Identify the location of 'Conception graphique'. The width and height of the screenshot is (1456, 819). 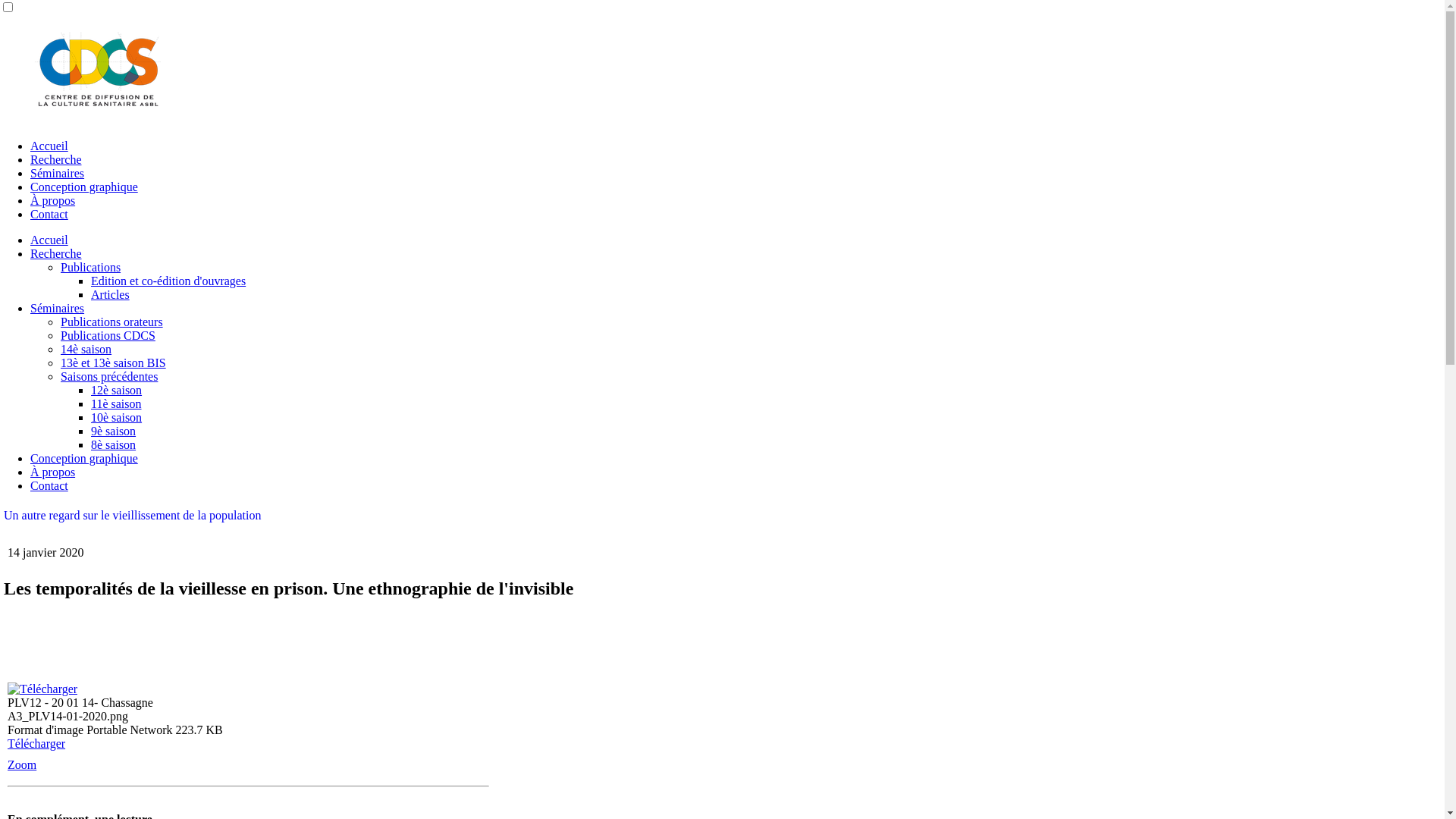
(30, 457).